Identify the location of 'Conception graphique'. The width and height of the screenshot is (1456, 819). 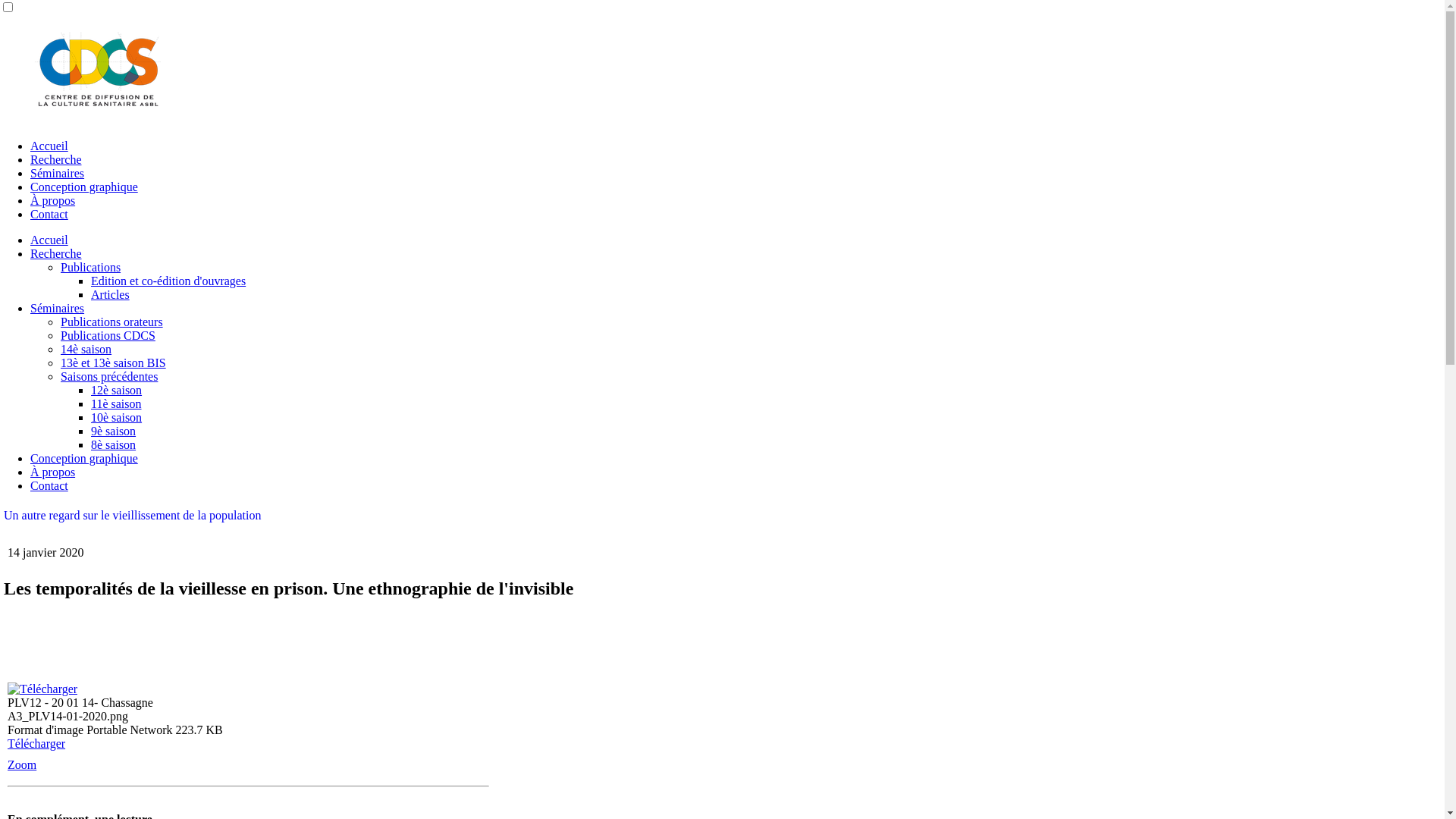
(30, 457).